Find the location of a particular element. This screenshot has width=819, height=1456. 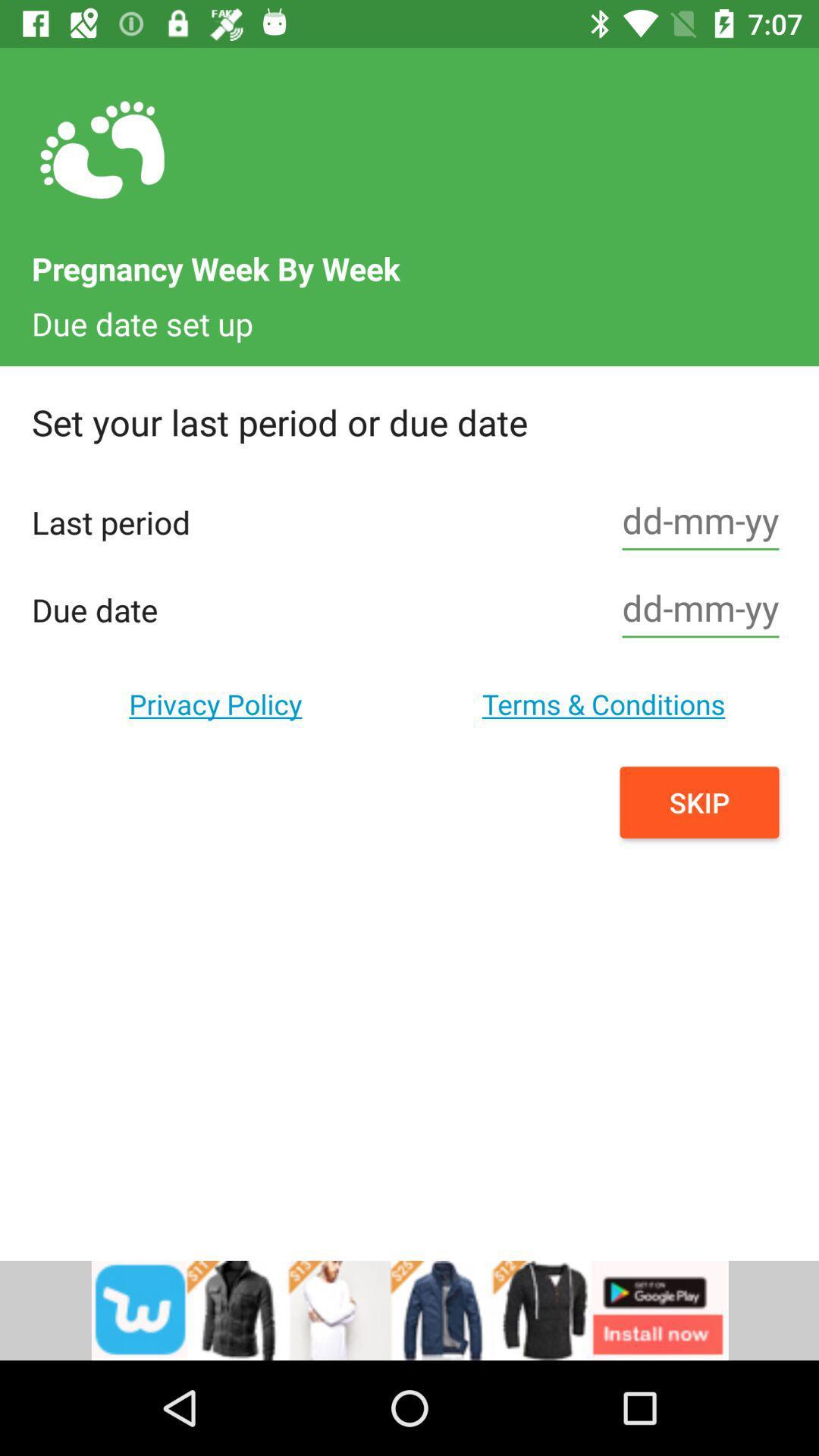

the option below the due date is located at coordinates (215, 703).